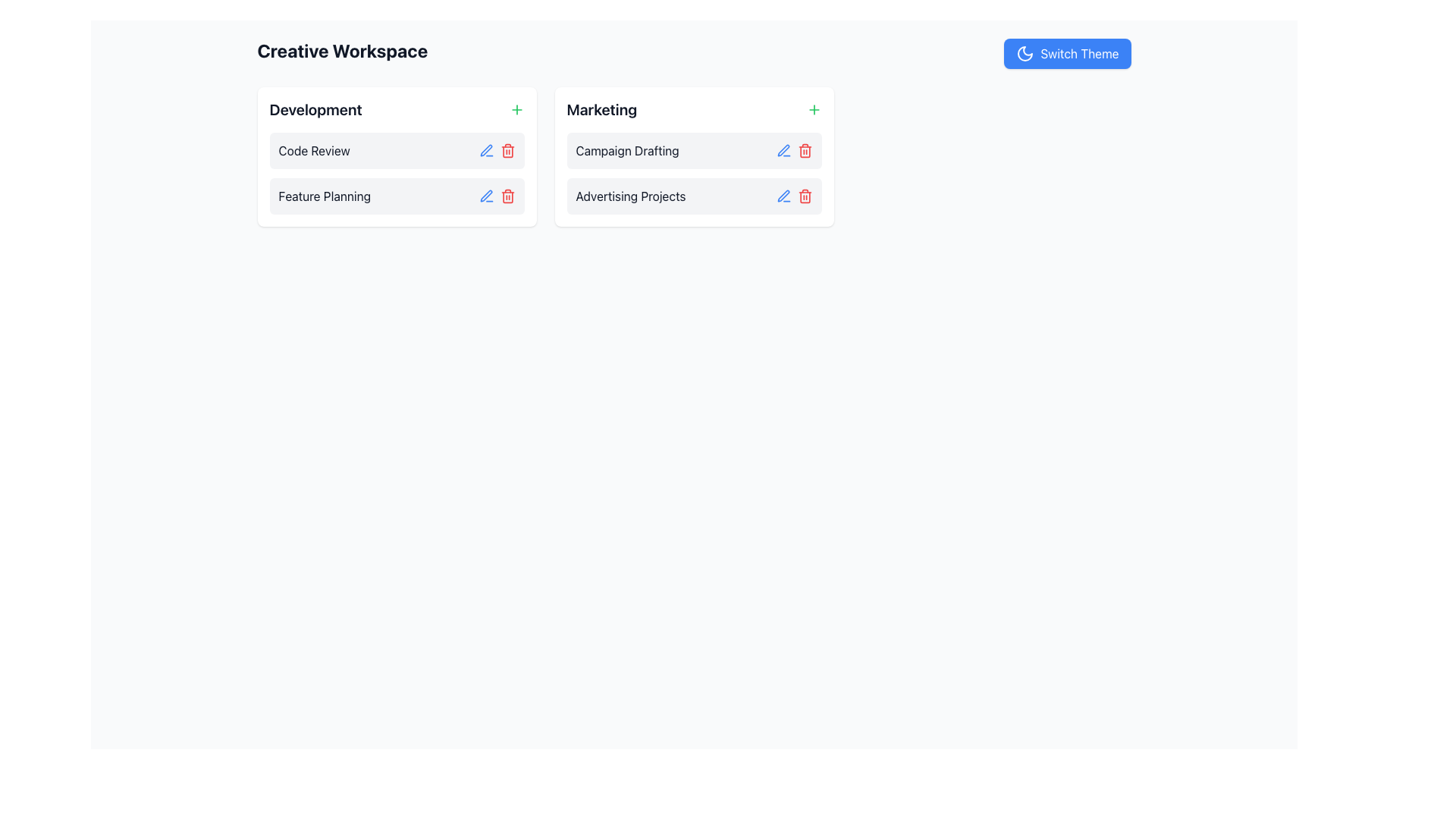  Describe the element at coordinates (507, 196) in the screenshot. I see `the trash can icon button, which is part of the action icons group within the 'Development' card` at that location.